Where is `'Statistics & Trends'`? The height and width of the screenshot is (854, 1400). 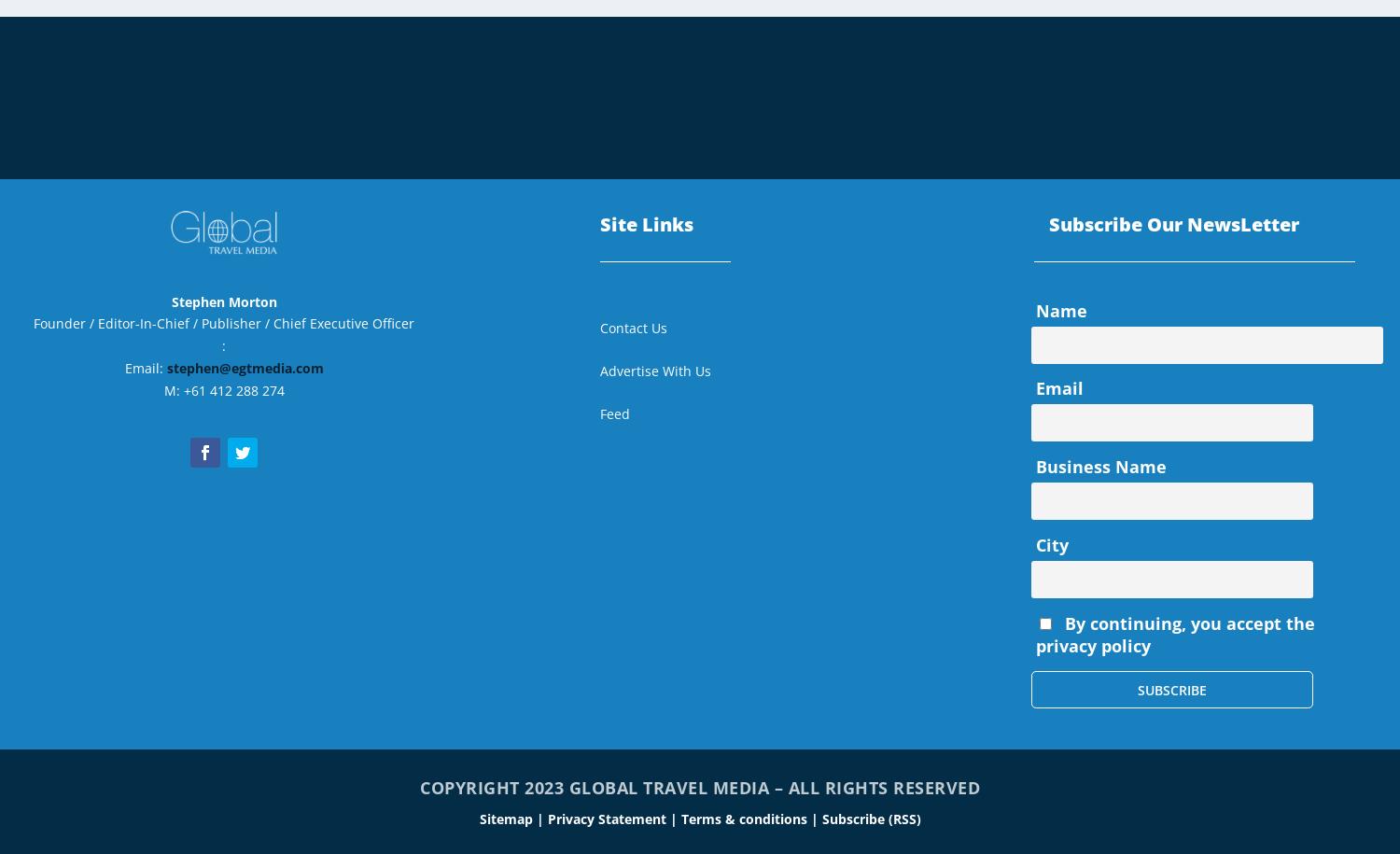 'Statistics & Trends' is located at coordinates (1036, 97).